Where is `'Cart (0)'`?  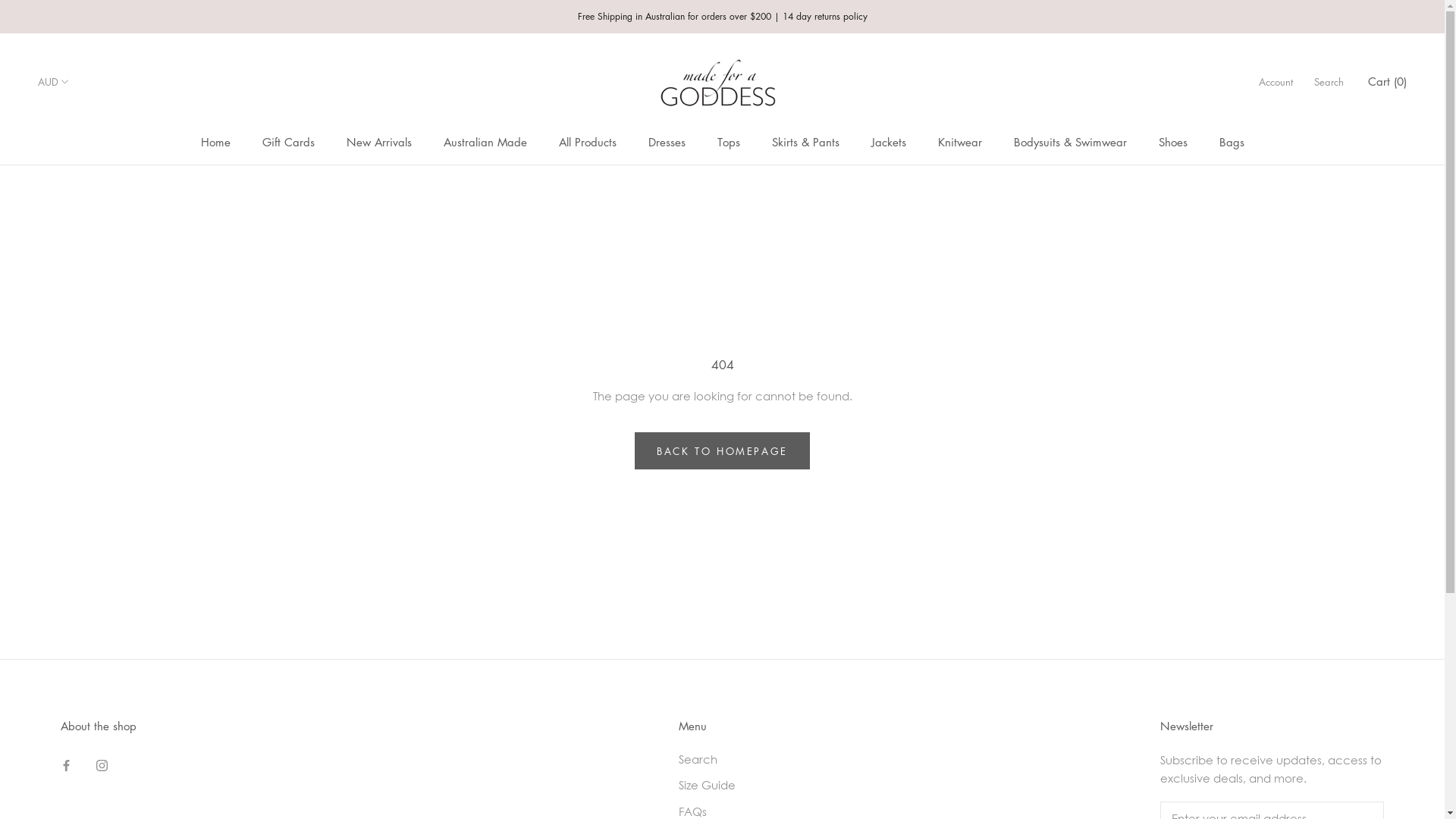 'Cart (0)' is located at coordinates (1368, 81).